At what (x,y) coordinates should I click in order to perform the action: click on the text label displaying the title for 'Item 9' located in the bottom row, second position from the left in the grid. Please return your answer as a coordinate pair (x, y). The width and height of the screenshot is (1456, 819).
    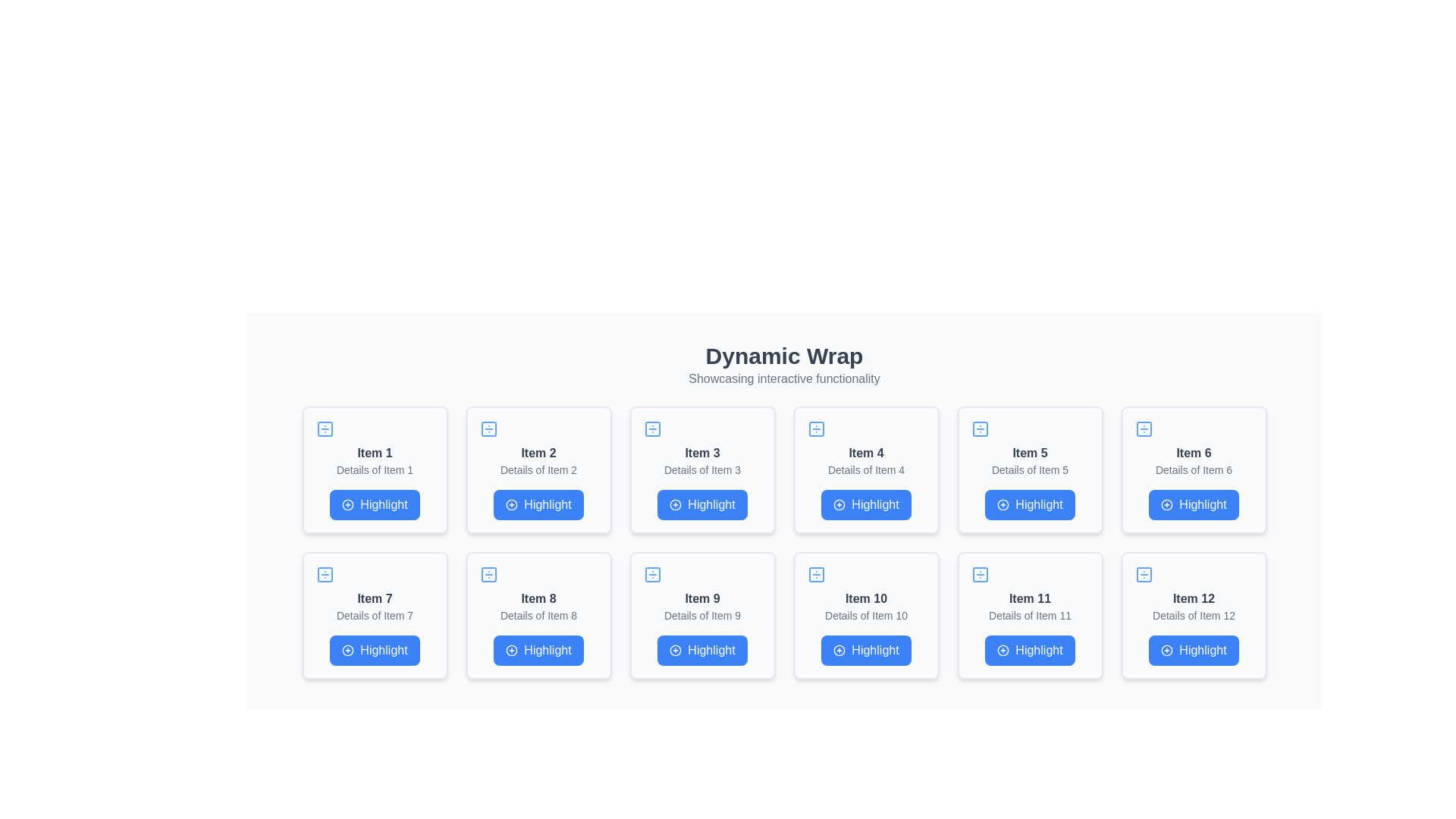
    Looking at the image, I should click on (701, 598).